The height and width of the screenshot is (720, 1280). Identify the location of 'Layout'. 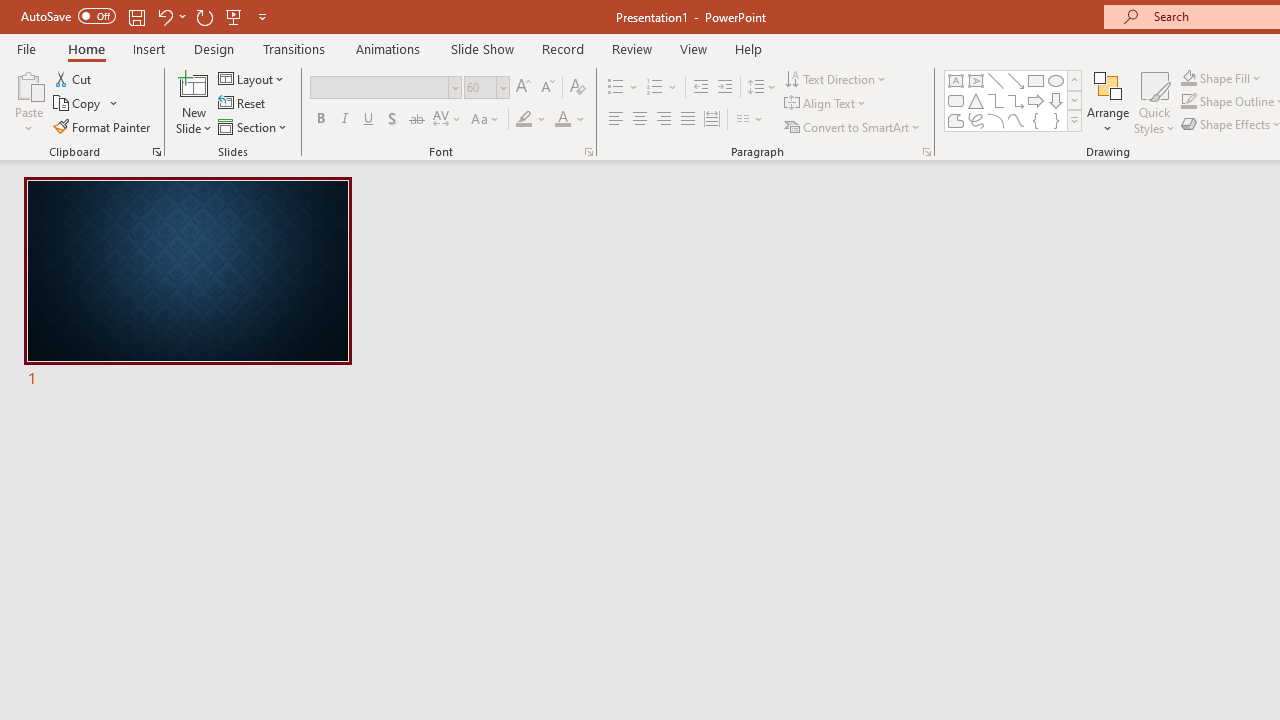
(251, 78).